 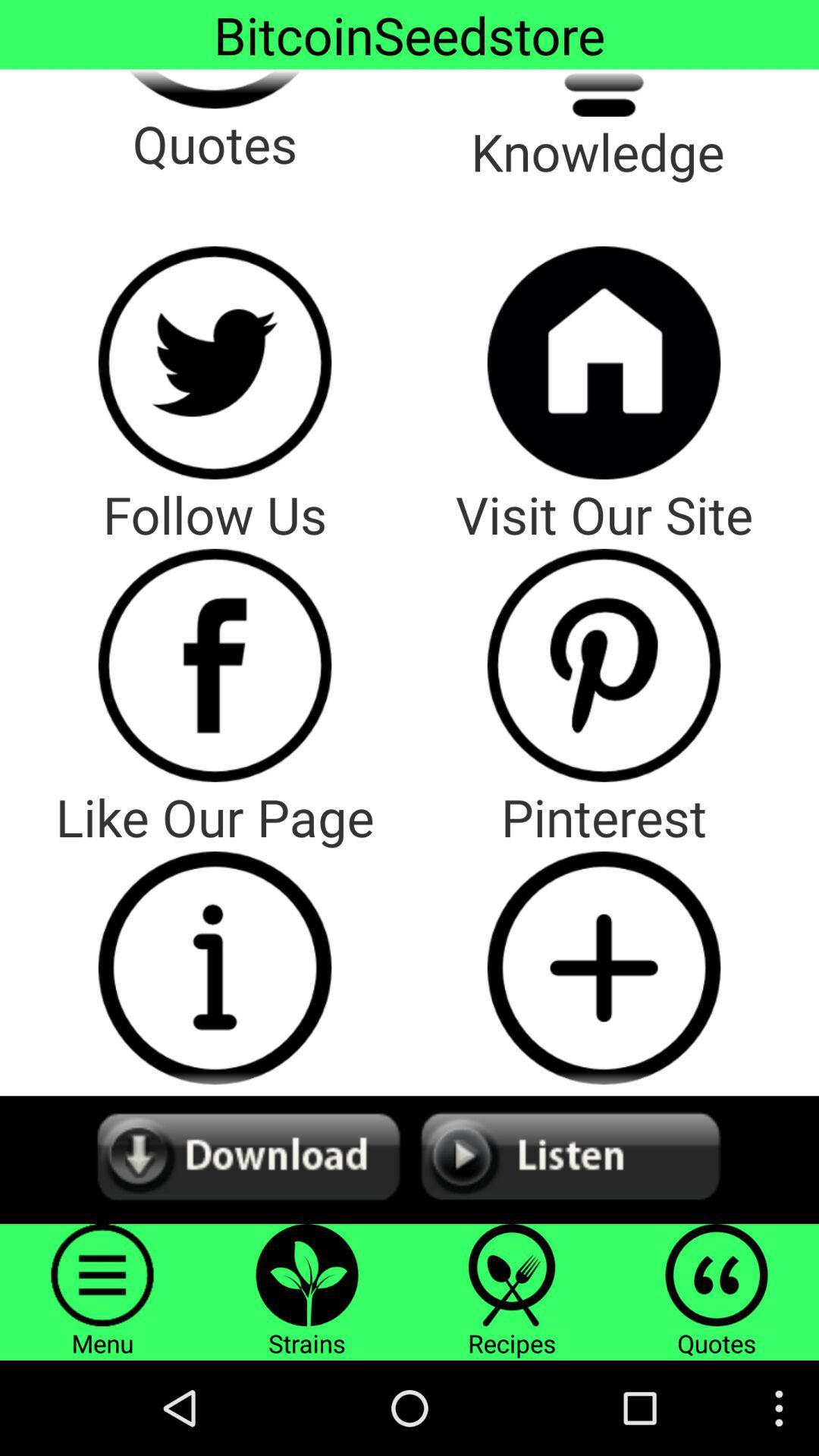 What do you see at coordinates (603, 362) in the screenshot?
I see `home page` at bounding box center [603, 362].